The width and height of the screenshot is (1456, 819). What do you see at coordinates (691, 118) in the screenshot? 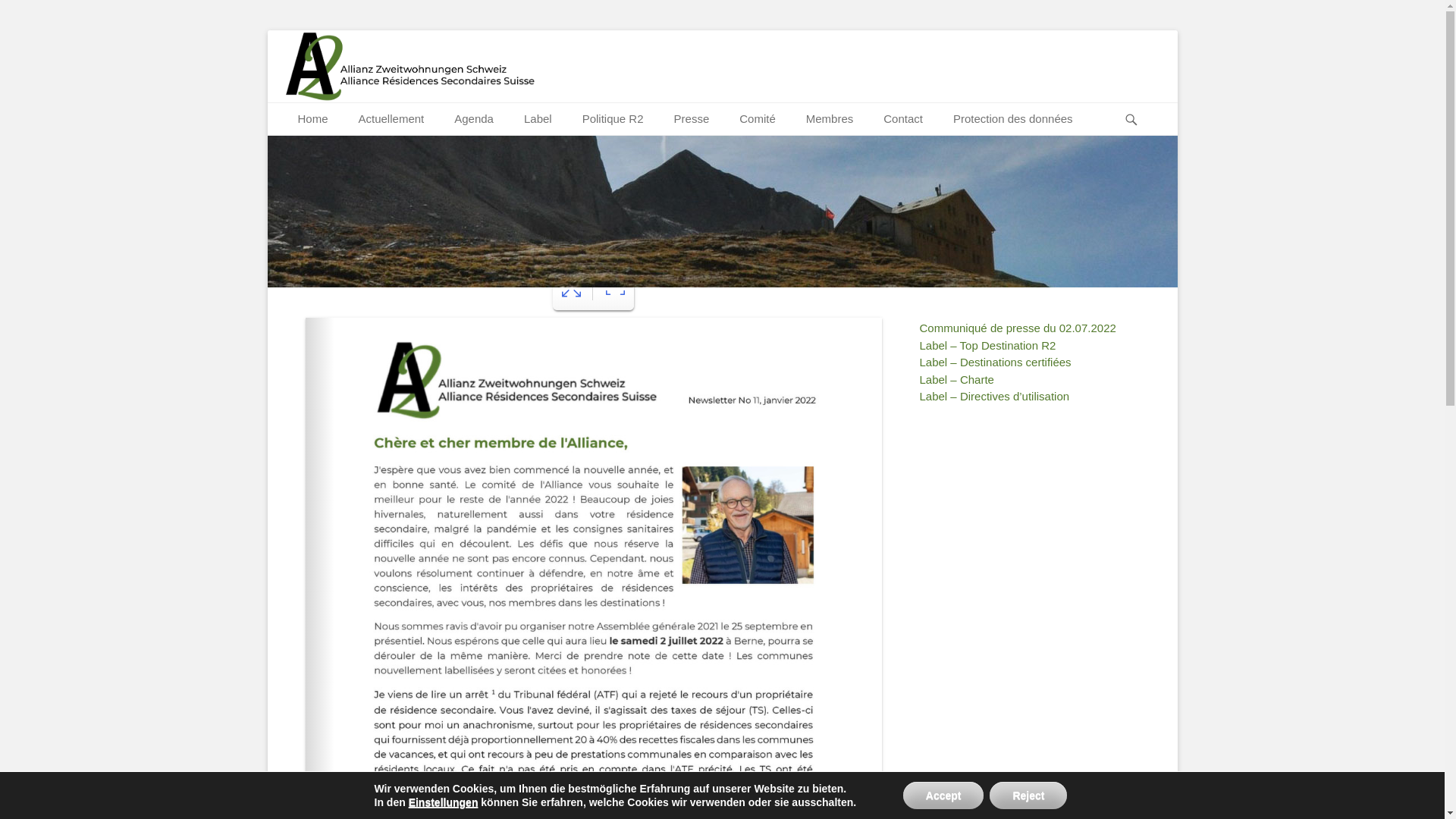
I see `'Presse'` at bounding box center [691, 118].